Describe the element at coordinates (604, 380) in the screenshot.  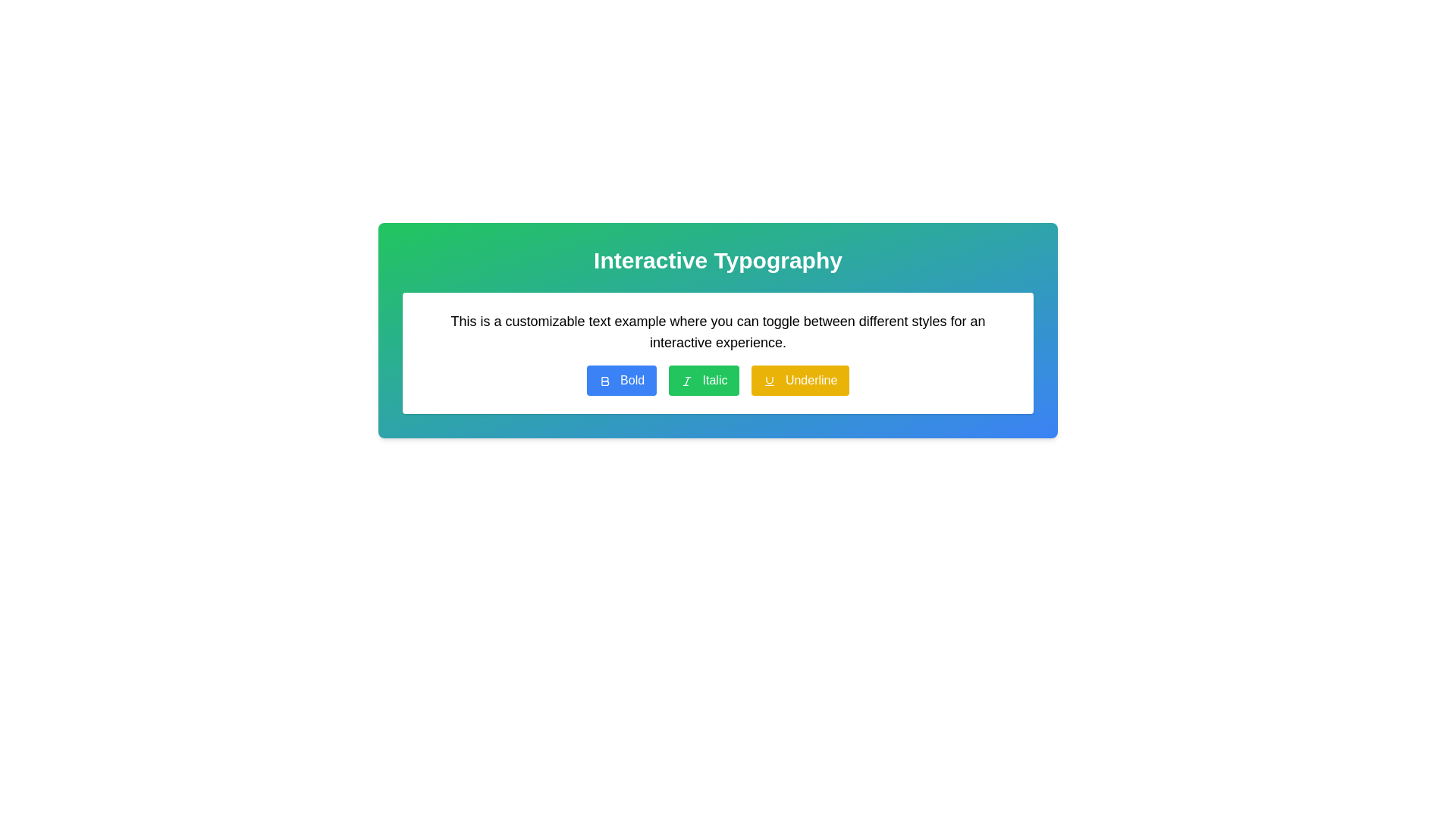
I see `the rendered appearance of the bold text formatting icon located in the toolbar, positioned immediately to the left of the 'Bold' text button` at that location.